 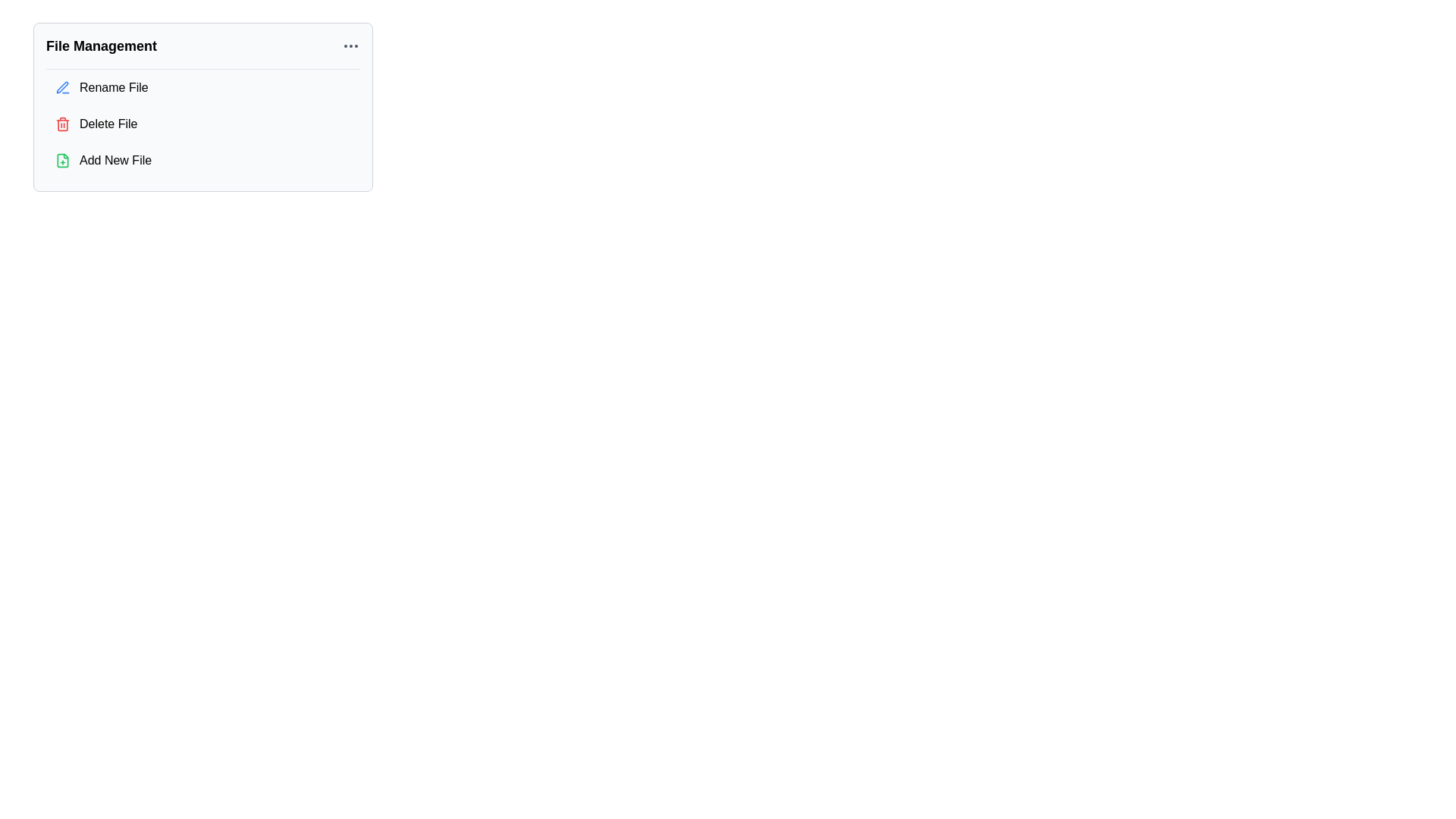 I want to click on the 'More Options' button to toggle the menu visibility, so click(x=350, y=45).